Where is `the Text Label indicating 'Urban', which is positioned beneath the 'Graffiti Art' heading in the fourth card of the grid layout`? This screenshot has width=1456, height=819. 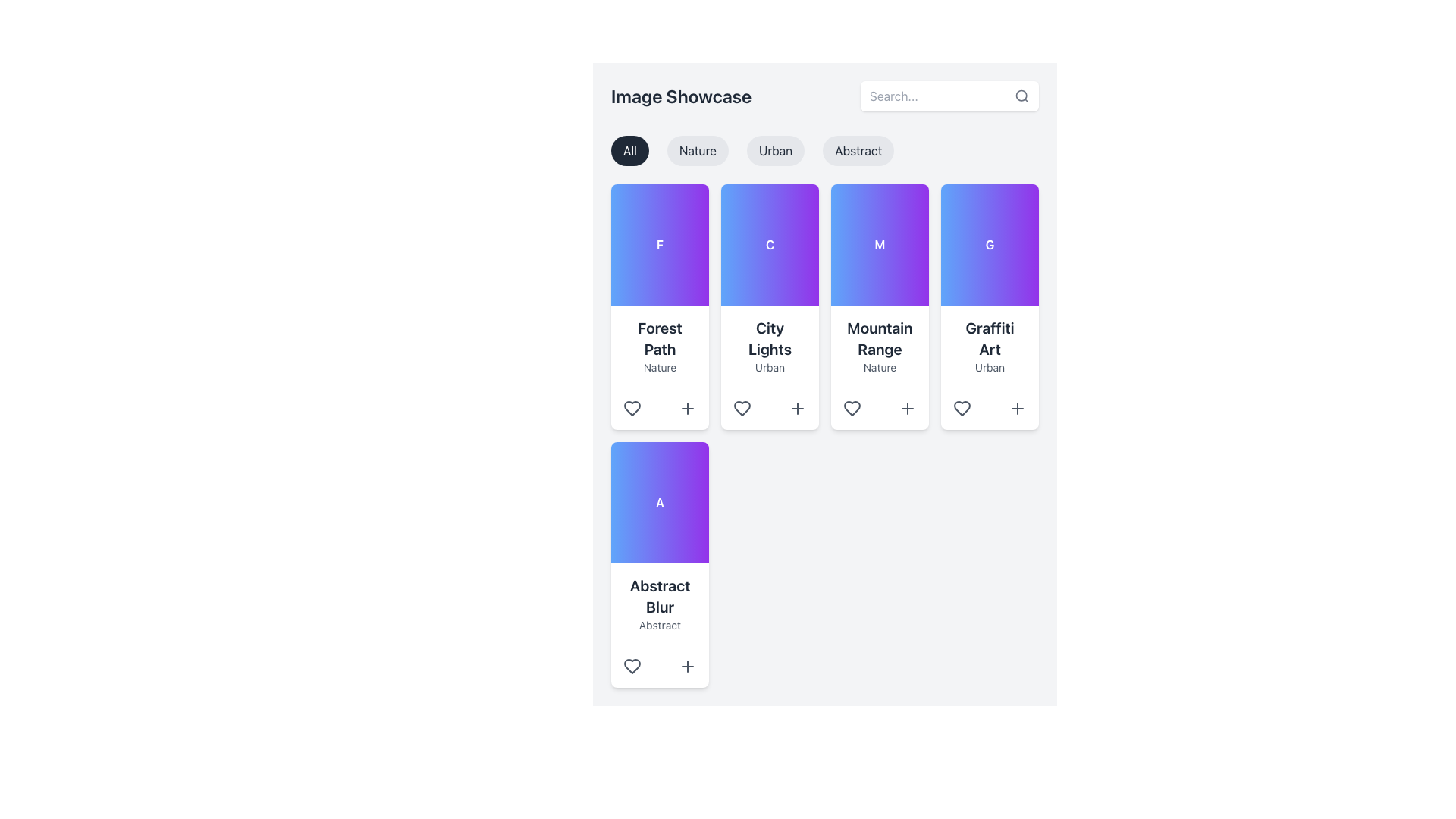
the Text Label indicating 'Urban', which is positioned beneath the 'Graffiti Art' heading in the fourth card of the grid layout is located at coordinates (990, 368).